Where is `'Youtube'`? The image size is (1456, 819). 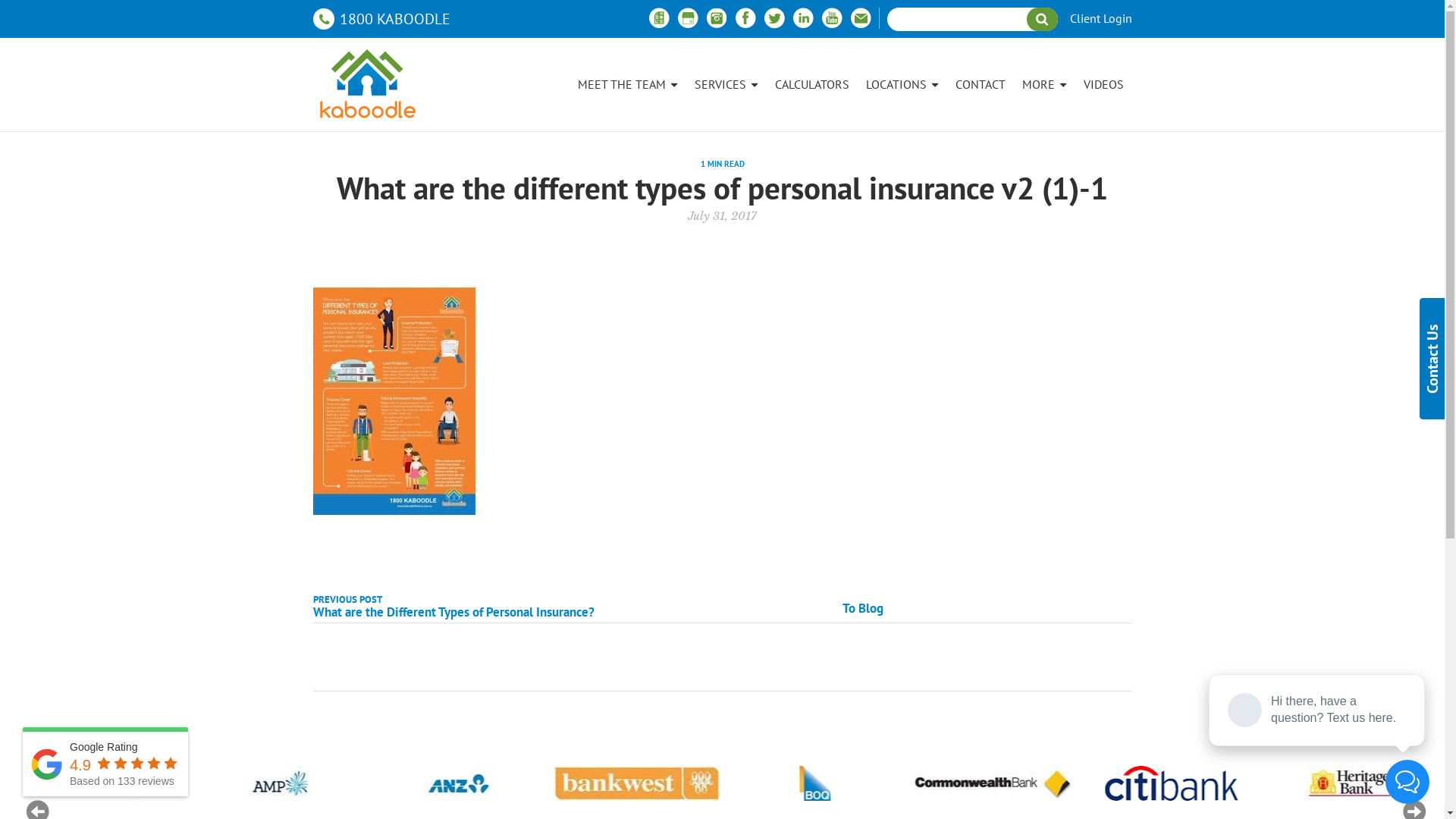 'Youtube' is located at coordinates (830, 17).